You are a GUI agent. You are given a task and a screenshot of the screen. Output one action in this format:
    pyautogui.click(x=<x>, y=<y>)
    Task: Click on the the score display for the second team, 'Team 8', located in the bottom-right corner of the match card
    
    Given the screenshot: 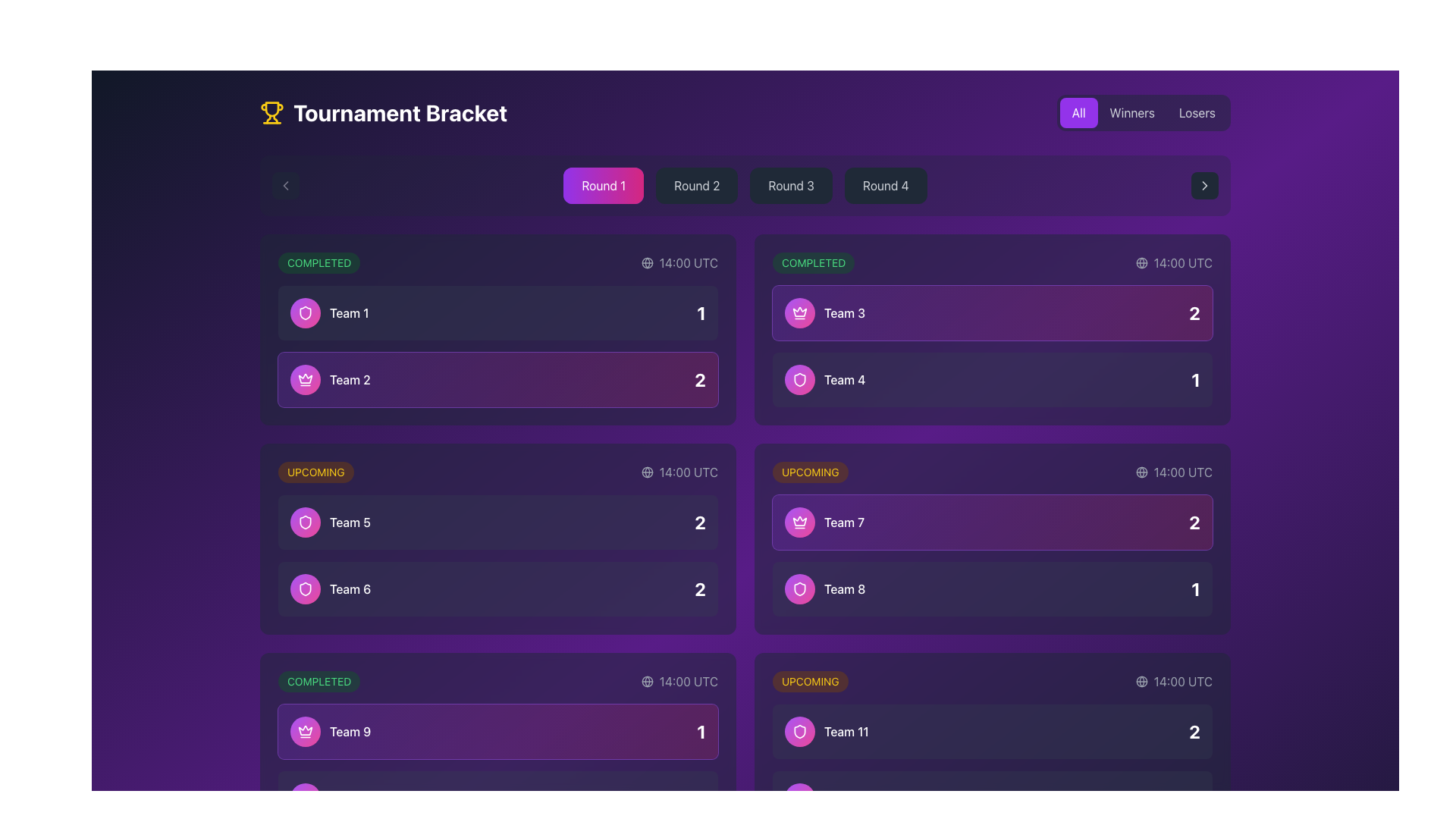 What is the action you would take?
    pyautogui.click(x=1195, y=588)
    